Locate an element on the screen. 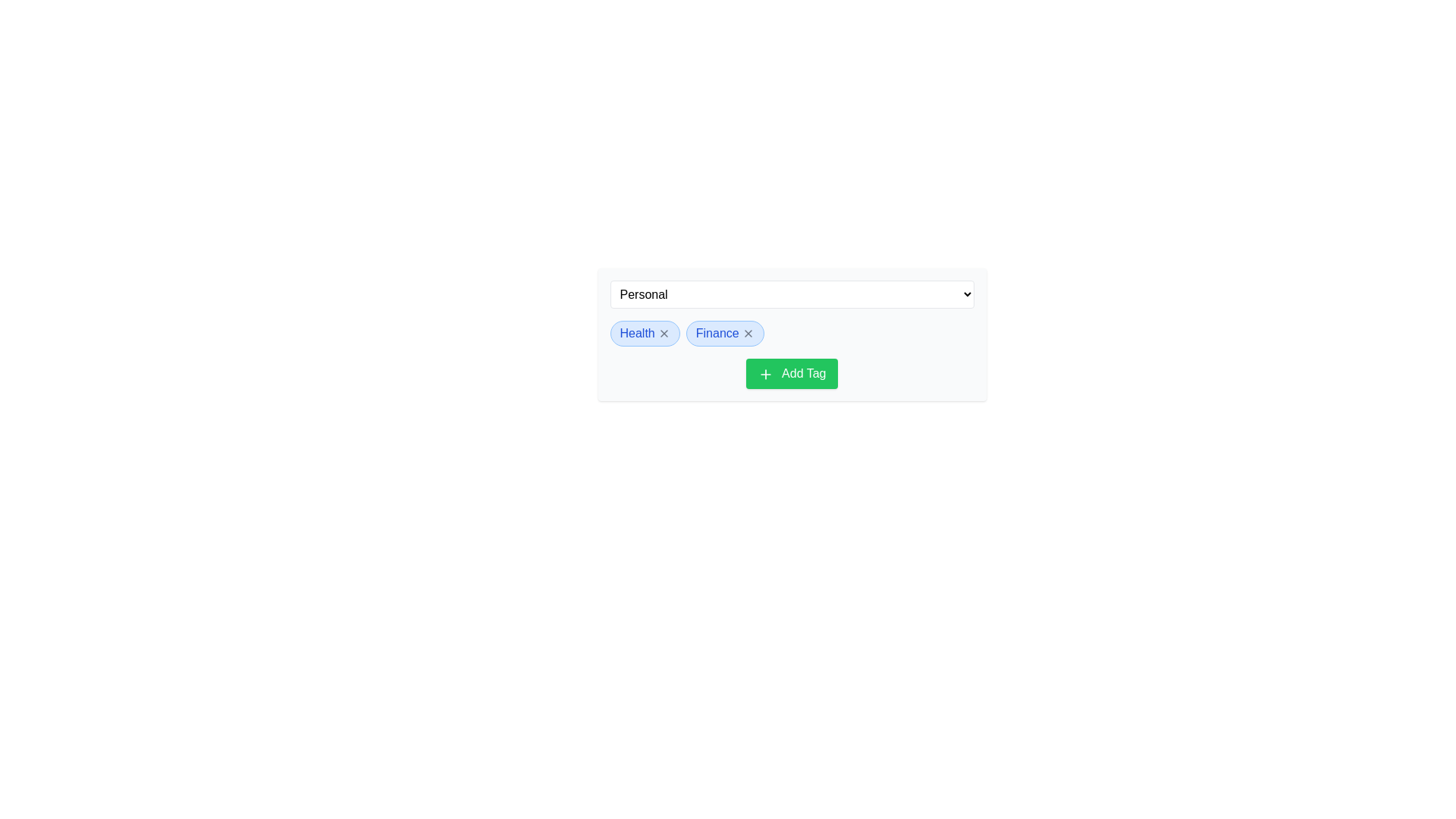  the 'X' icon within the rounded tag labeled 'Finance' is located at coordinates (748, 332).